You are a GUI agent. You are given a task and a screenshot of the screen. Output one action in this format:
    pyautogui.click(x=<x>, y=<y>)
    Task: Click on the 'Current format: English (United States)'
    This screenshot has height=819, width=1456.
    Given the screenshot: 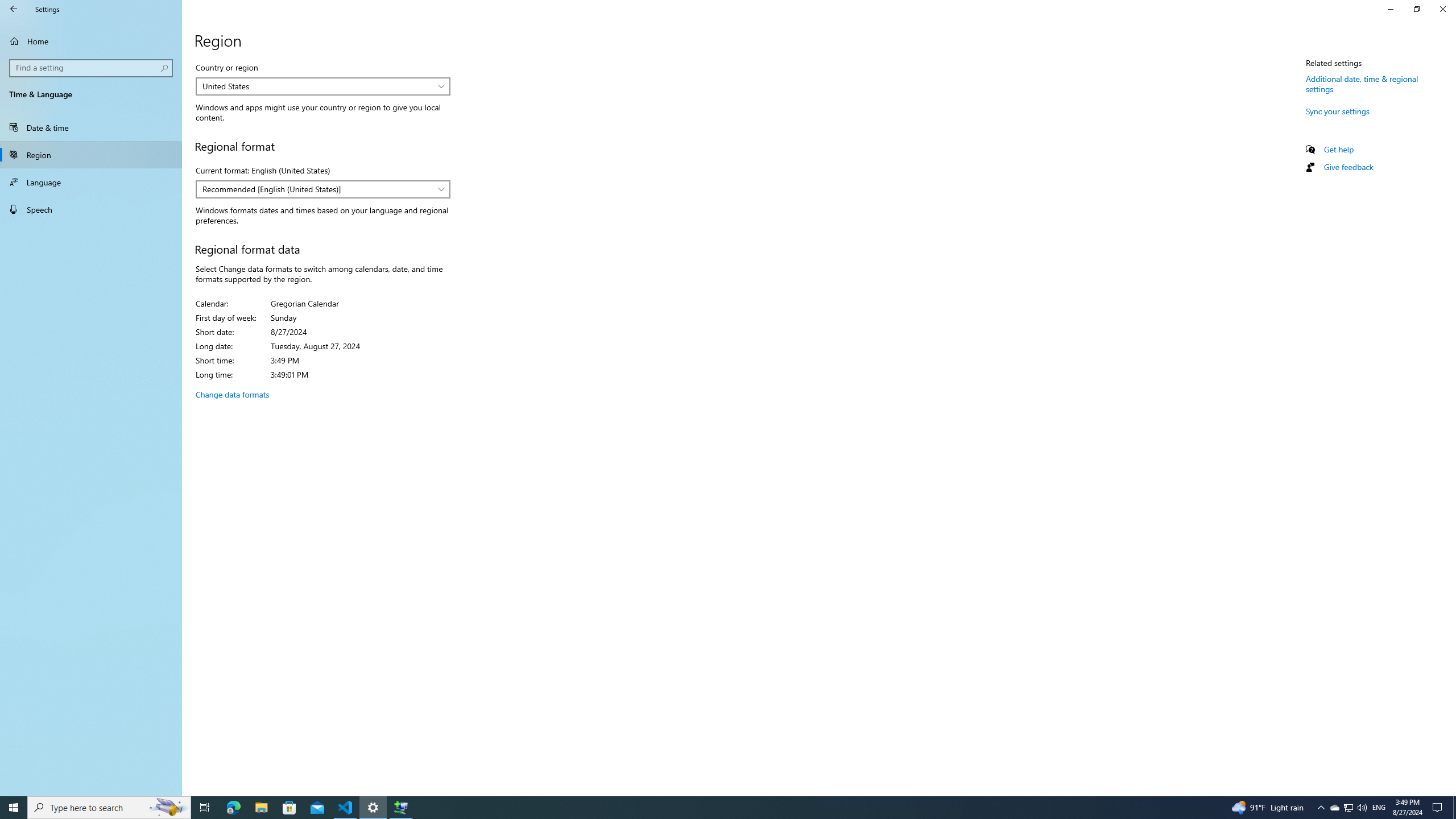 What is the action you would take?
    pyautogui.click(x=322, y=189)
    